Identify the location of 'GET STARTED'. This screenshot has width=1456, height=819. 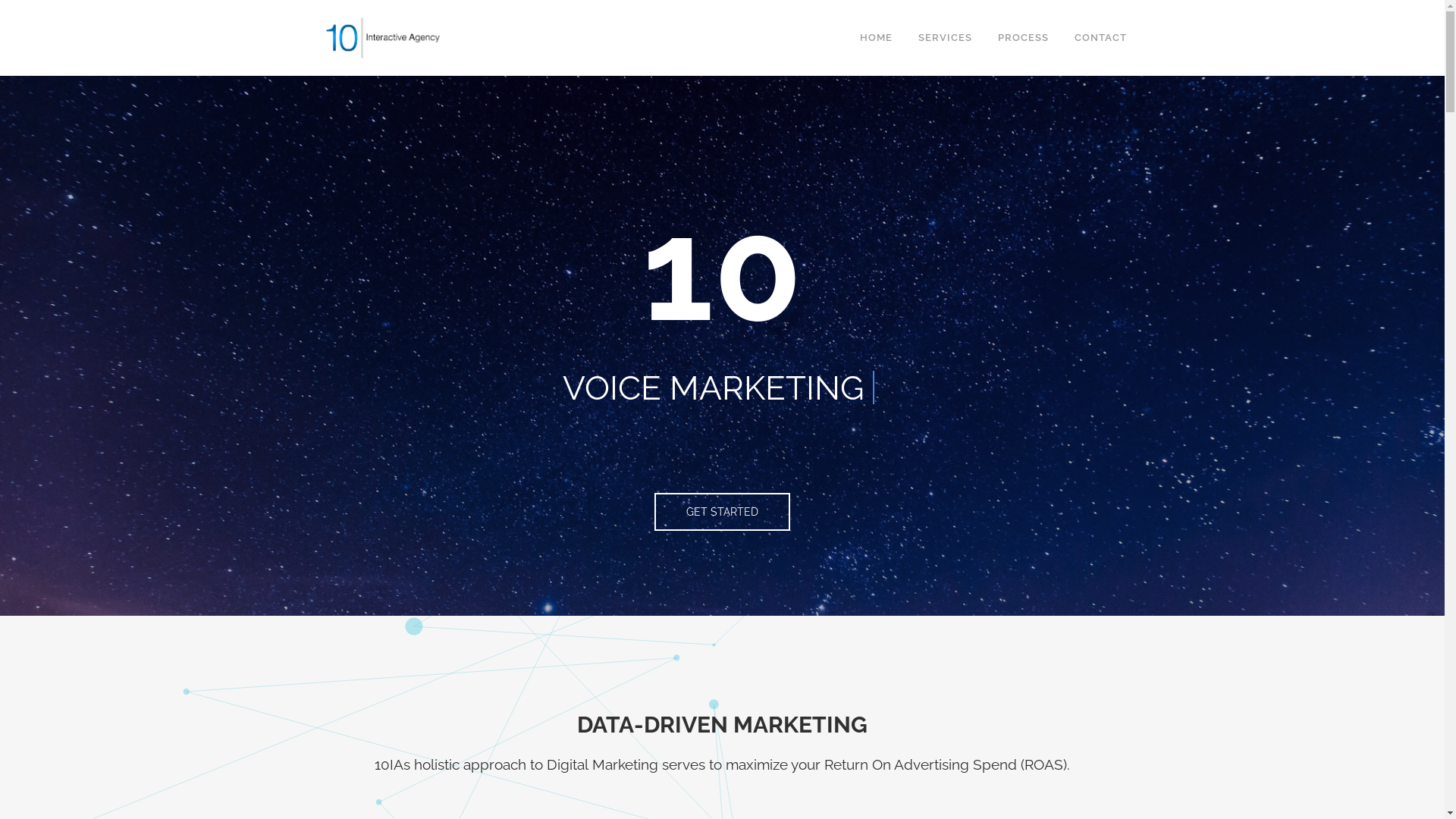
(721, 512).